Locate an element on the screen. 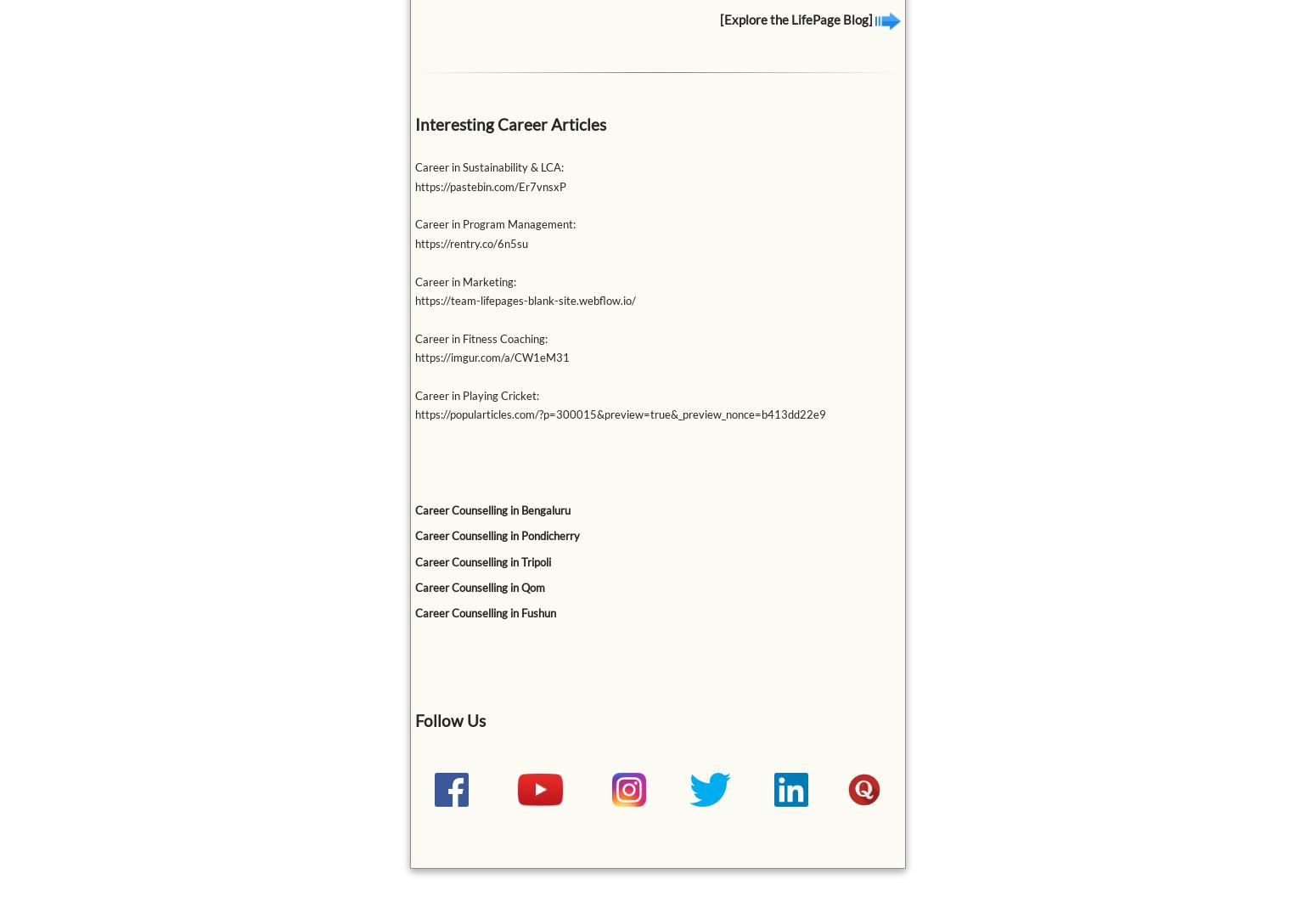 The image size is (1316, 907). 'Follow Us' is located at coordinates (413, 718).